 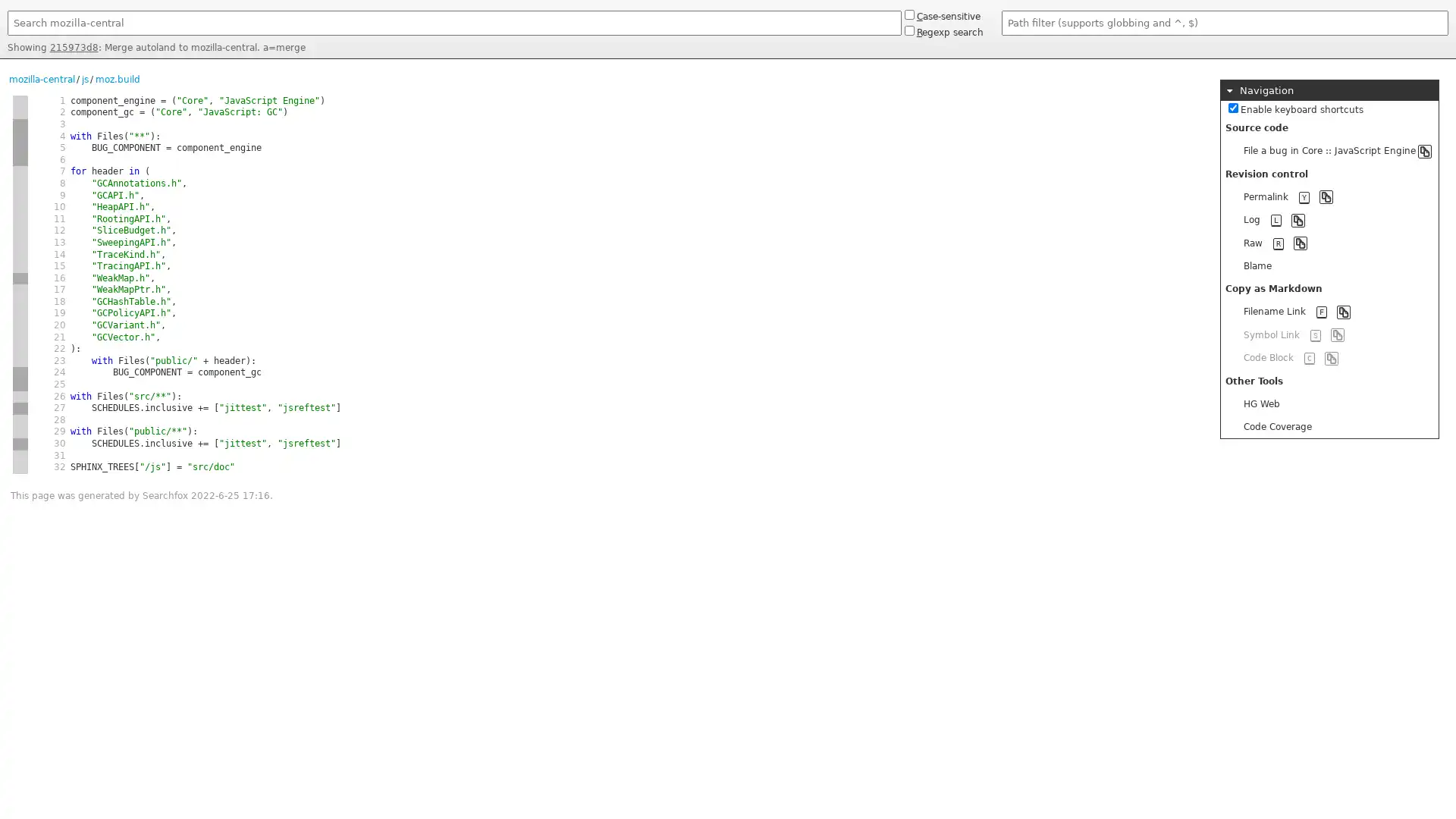 What do you see at coordinates (1299, 242) in the screenshot?
I see `Copy to clipboard` at bounding box center [1299, 242].